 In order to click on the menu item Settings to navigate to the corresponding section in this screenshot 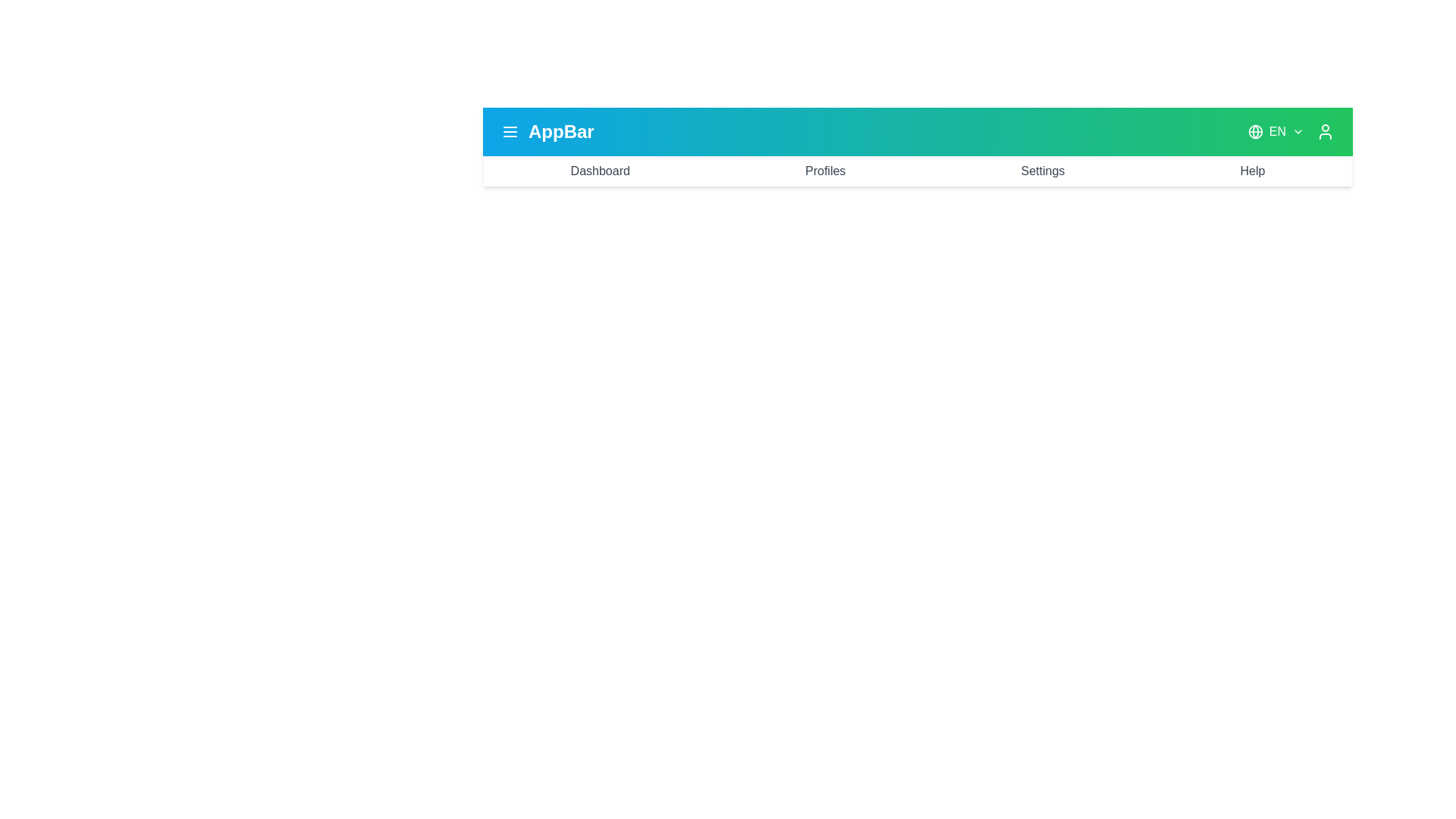, I will do `click(1041, 171)`.